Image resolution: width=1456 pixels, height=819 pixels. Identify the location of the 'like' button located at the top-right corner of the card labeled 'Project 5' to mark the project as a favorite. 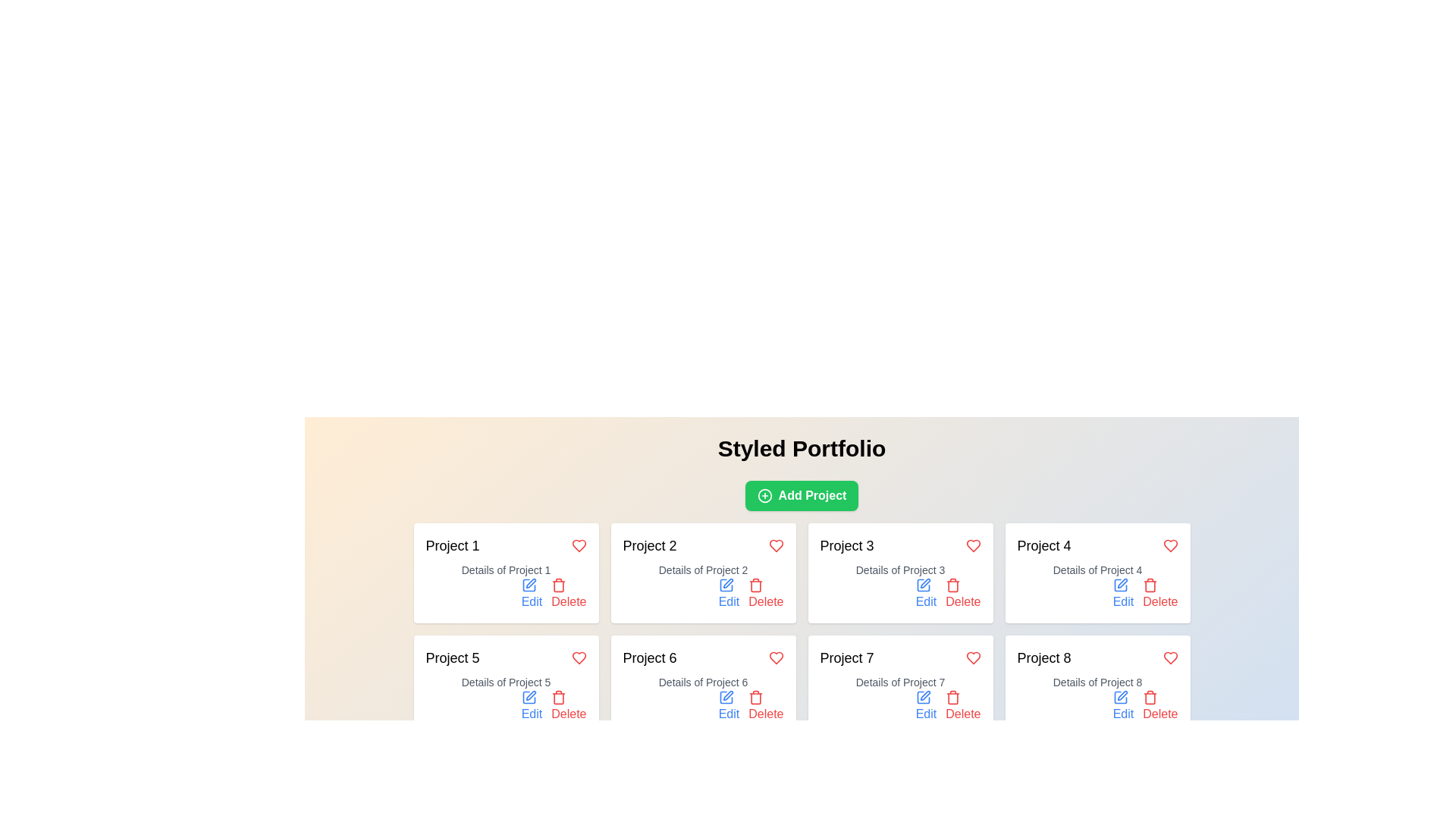
(578, 657).